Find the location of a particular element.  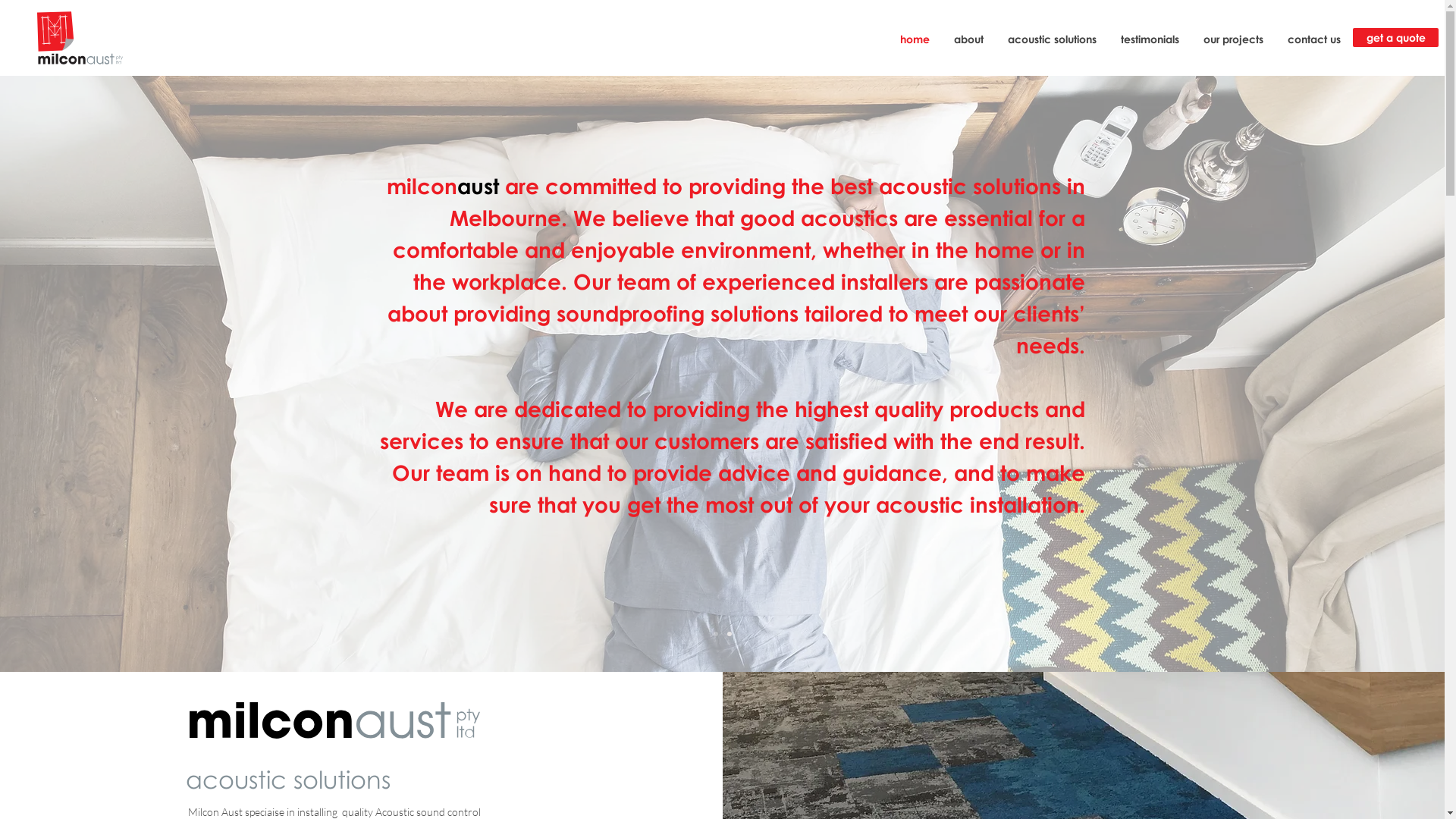

'contact us' is located at coordinates (1274, 38).